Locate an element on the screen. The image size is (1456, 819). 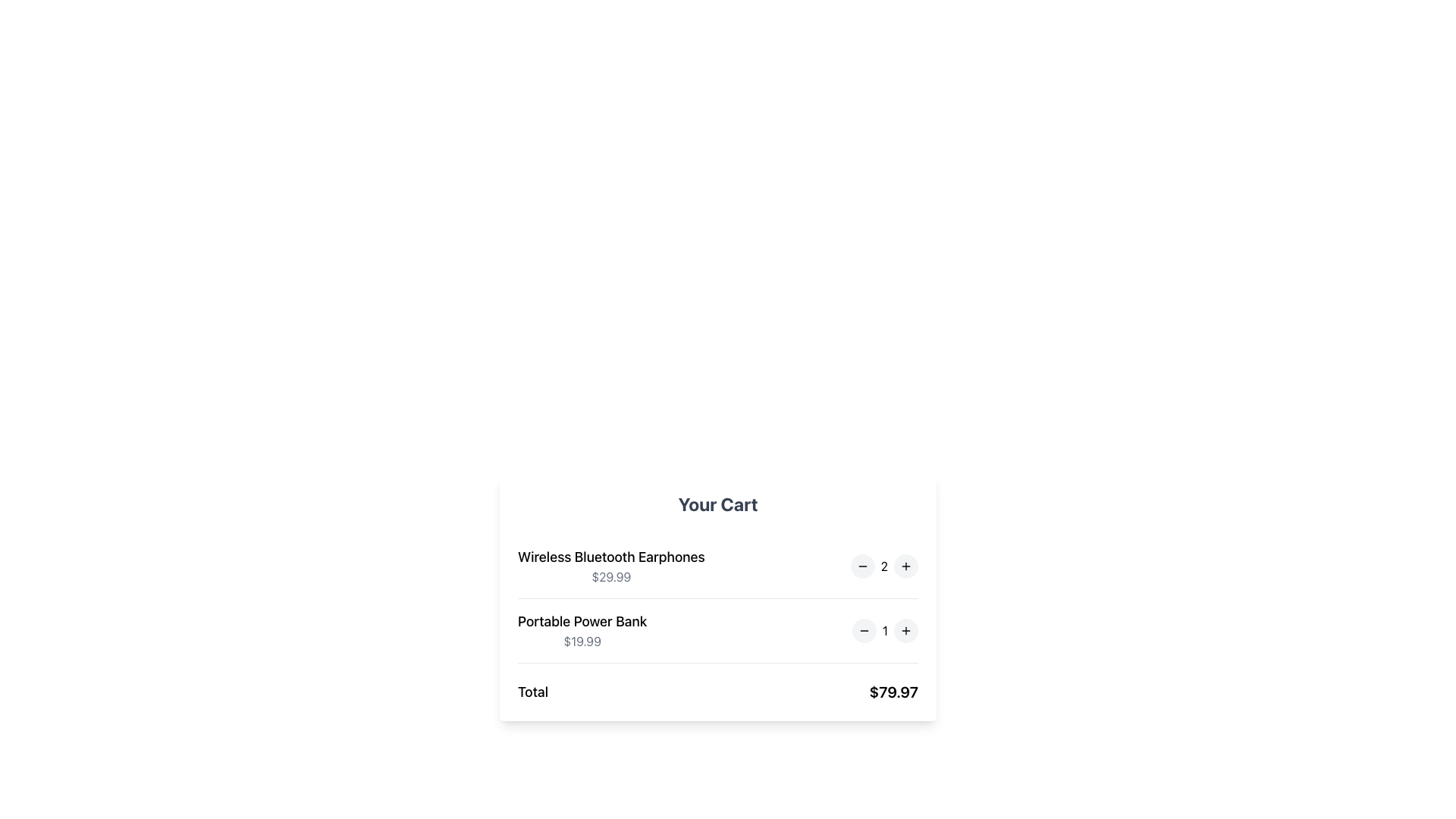
the text displaying the current count of items in the cart for 'Wireless Bluetooth Earphones', located between the minus and plus buttons in the 'Your Cart' section is located at coordinates (884, 566).